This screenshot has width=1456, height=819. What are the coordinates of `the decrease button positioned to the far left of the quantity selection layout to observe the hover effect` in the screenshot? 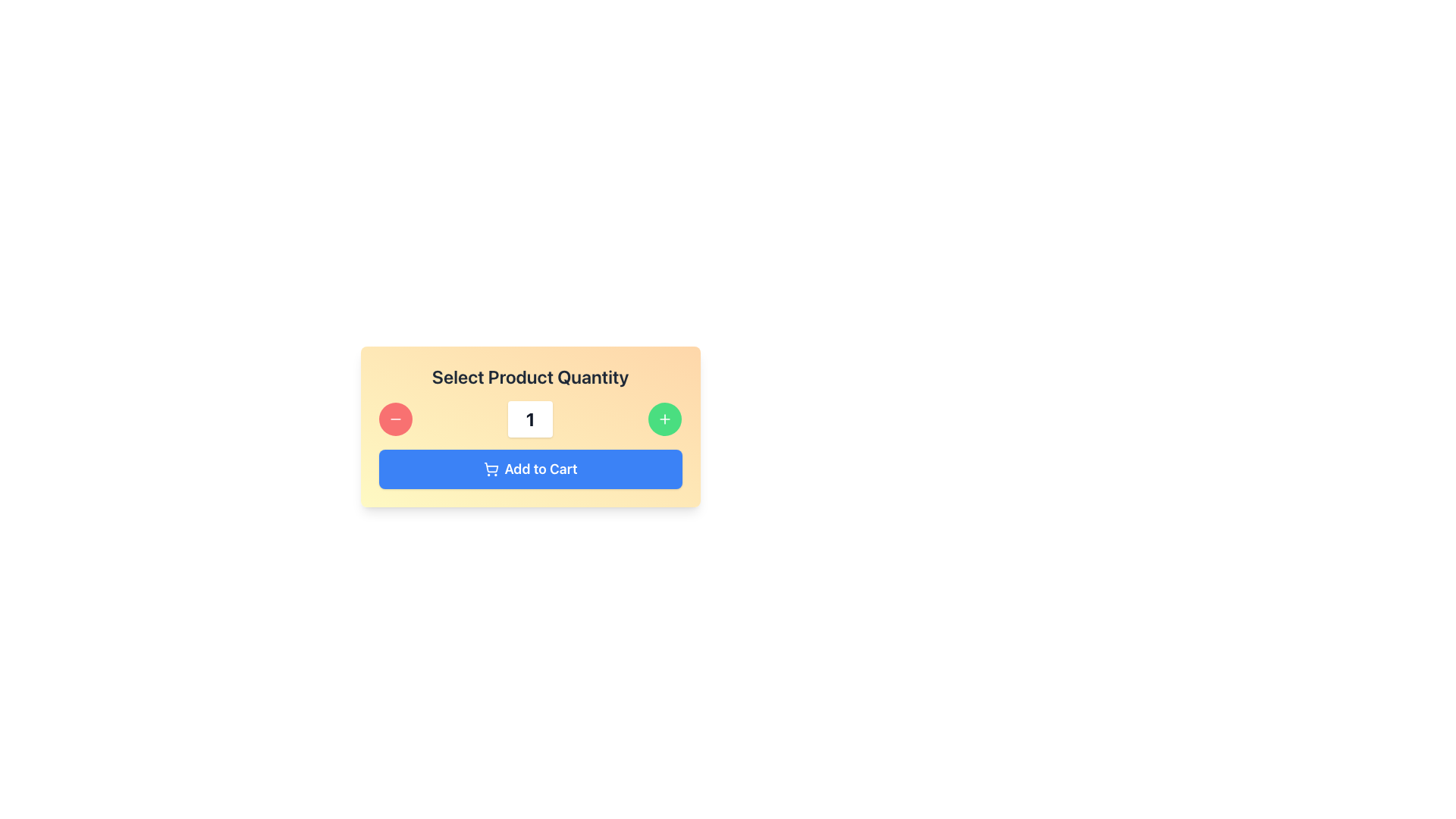 It's located at (395, 419).